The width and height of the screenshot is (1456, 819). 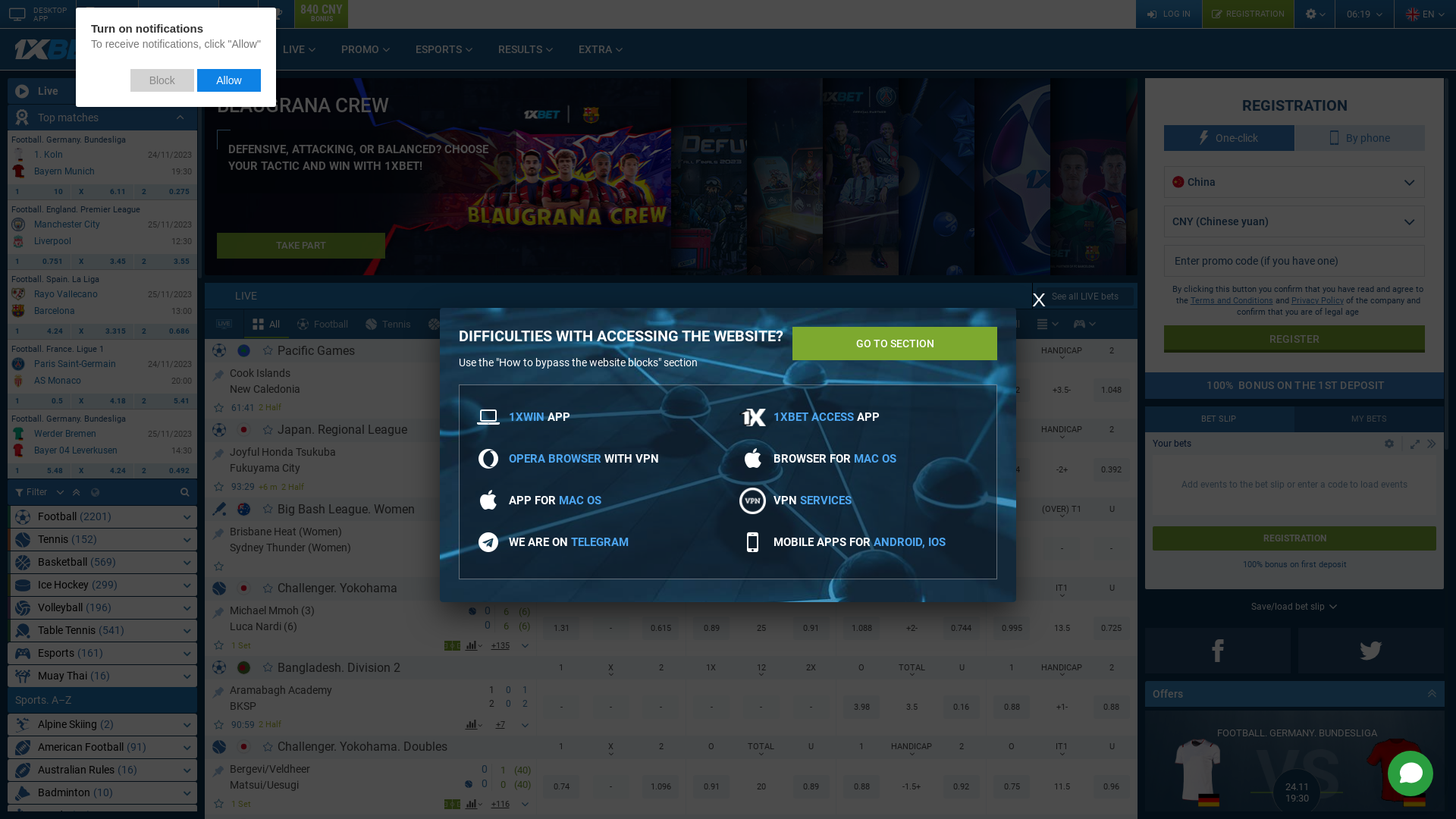 I want to click on 'BET SLIP', so click(x=1219, y=419).